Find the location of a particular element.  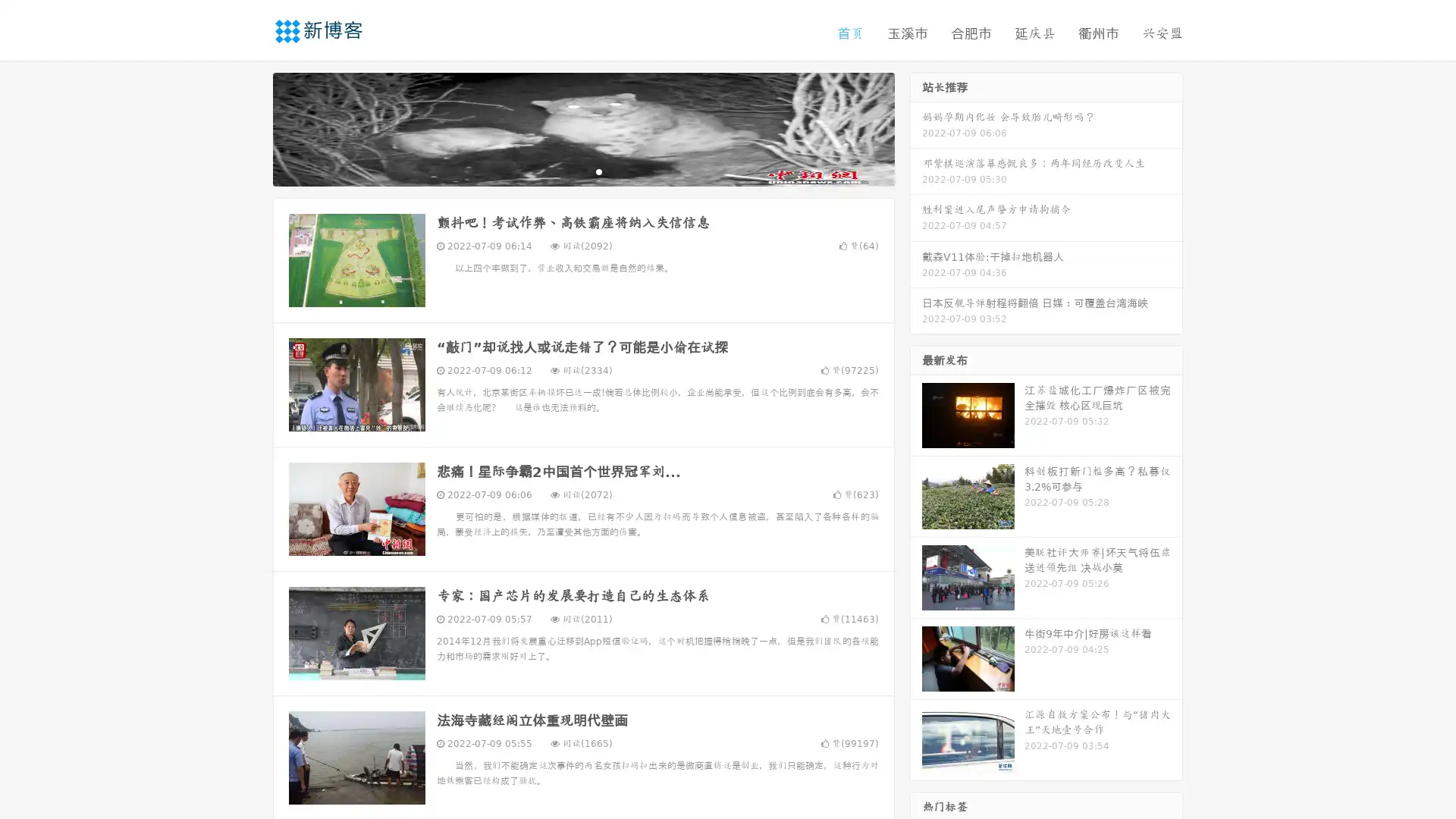

Go to slide 1 is located at coordinates (567, 171).